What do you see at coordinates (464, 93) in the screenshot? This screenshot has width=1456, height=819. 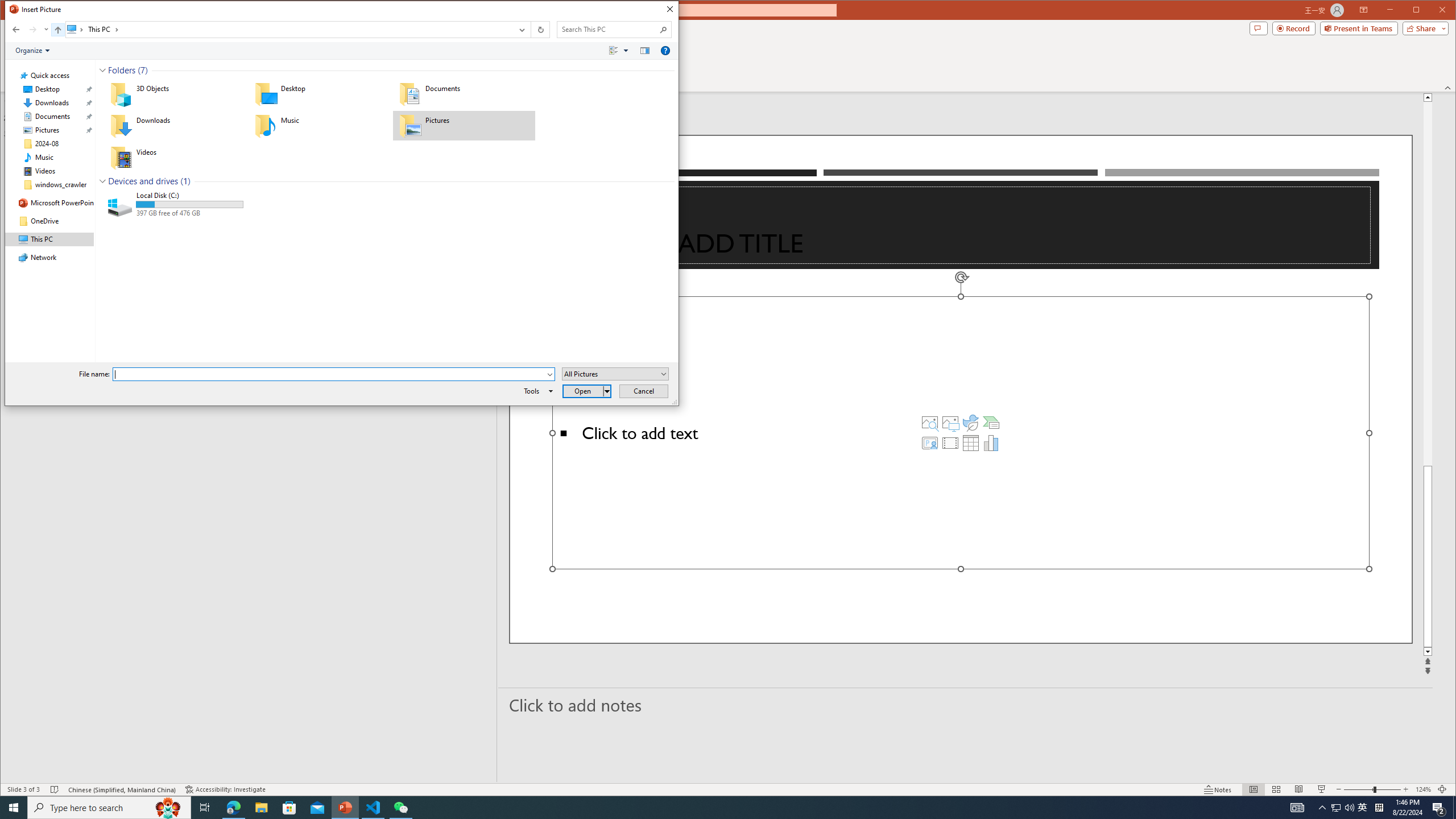 I see `'Documents'` at bounding box center [464, 93].